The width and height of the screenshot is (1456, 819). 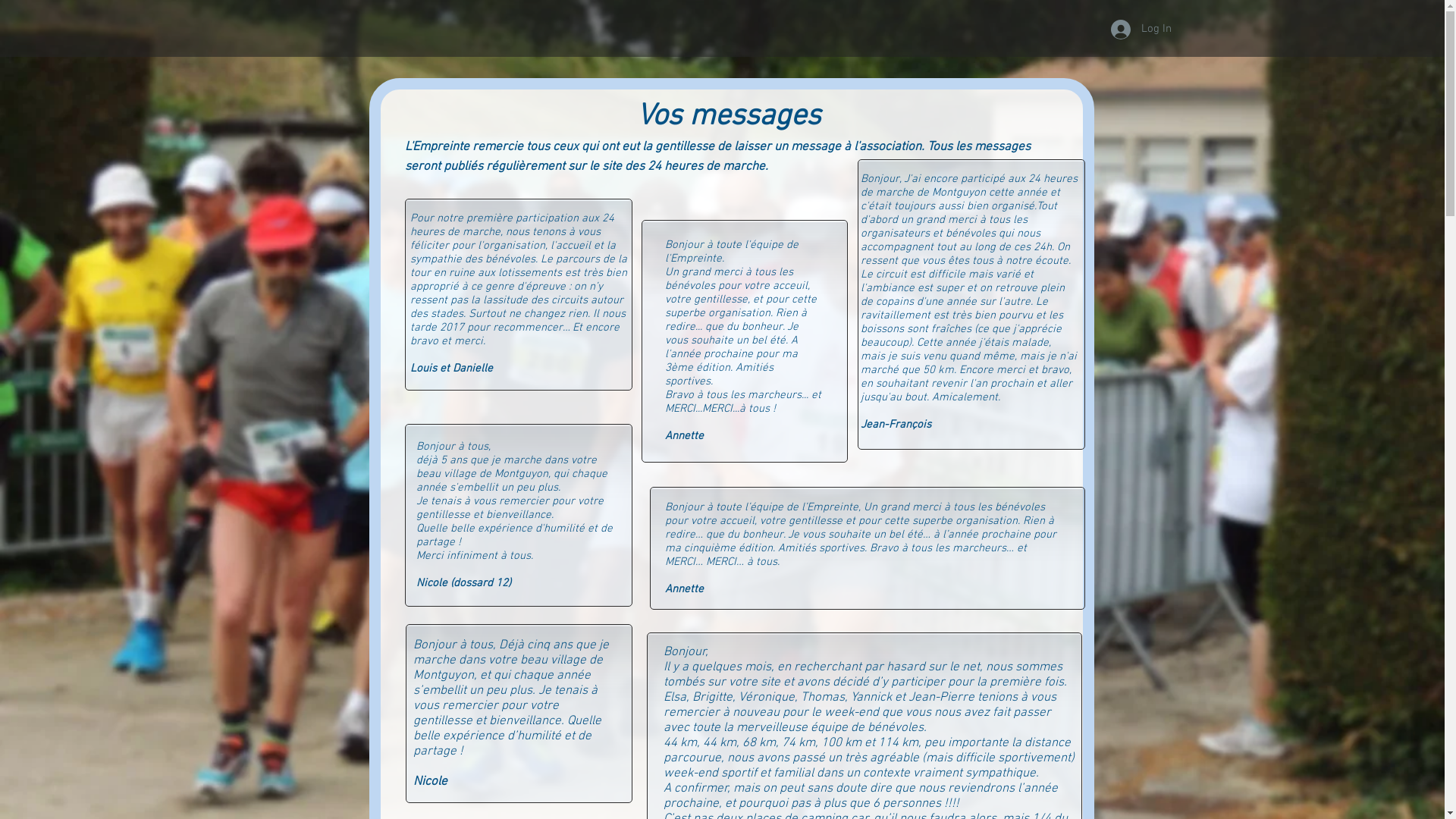 I want to click on 'Log In', so click(x=1131, y=29).